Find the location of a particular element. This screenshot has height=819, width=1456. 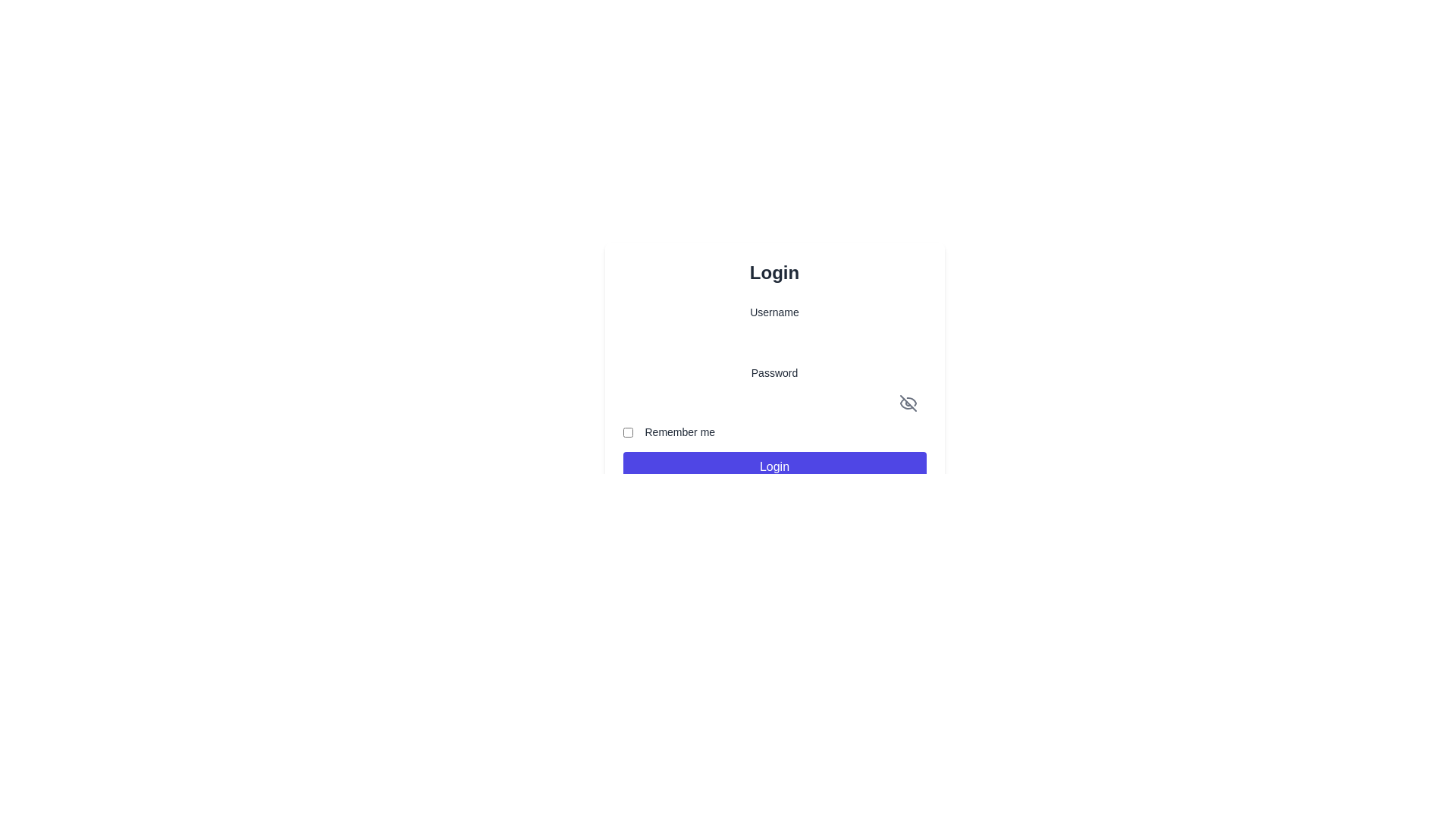

the 'Login' button, which is a horizontally stretched button with rounded corners, vibrant indigo background, and white text is located at coordinates (774, 466).